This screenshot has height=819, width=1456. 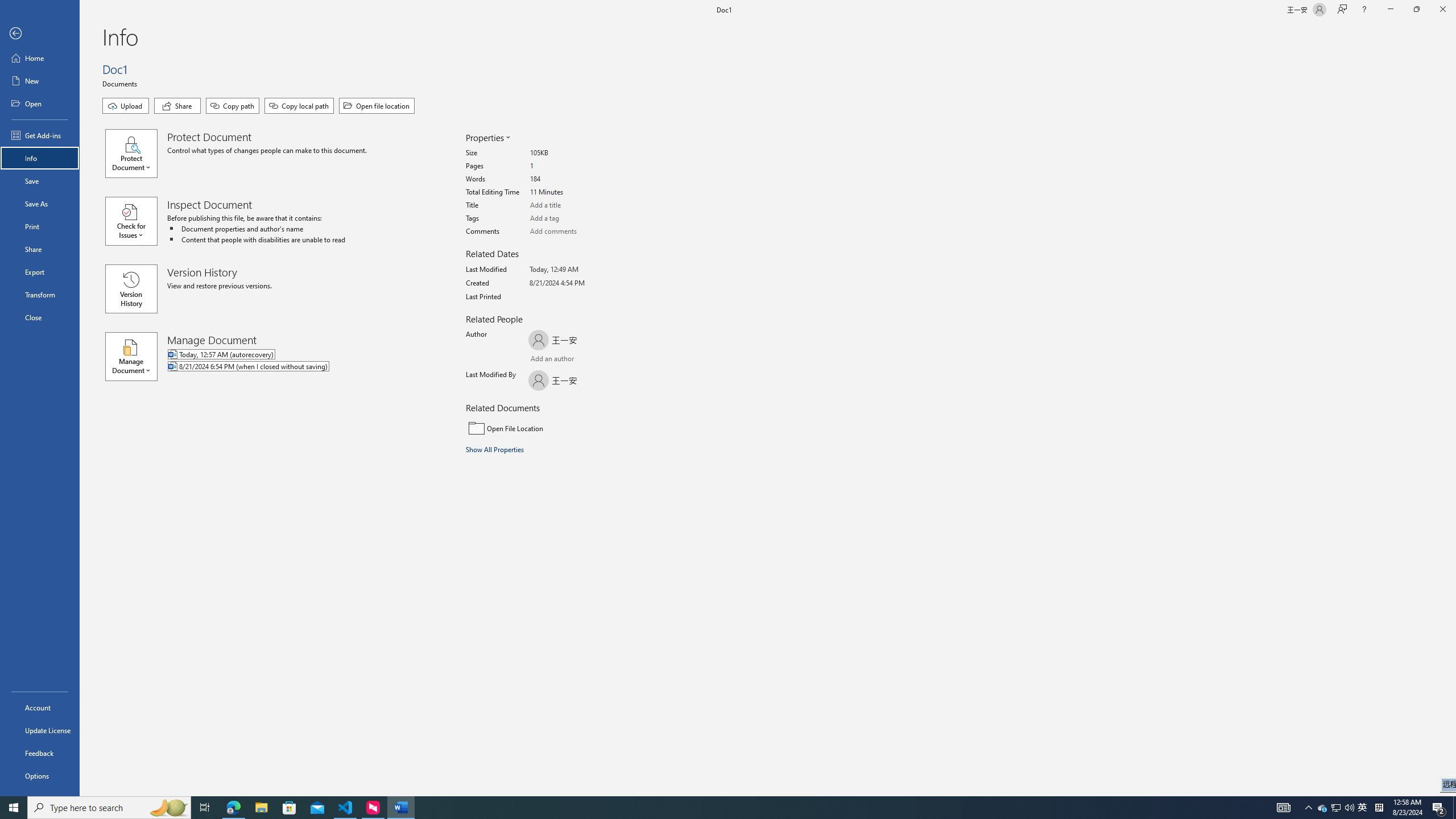 What do you see at coordinates (39, 135) in the screenshot?
I see `'Get Add-ins'` at bounding box center [39, 135].